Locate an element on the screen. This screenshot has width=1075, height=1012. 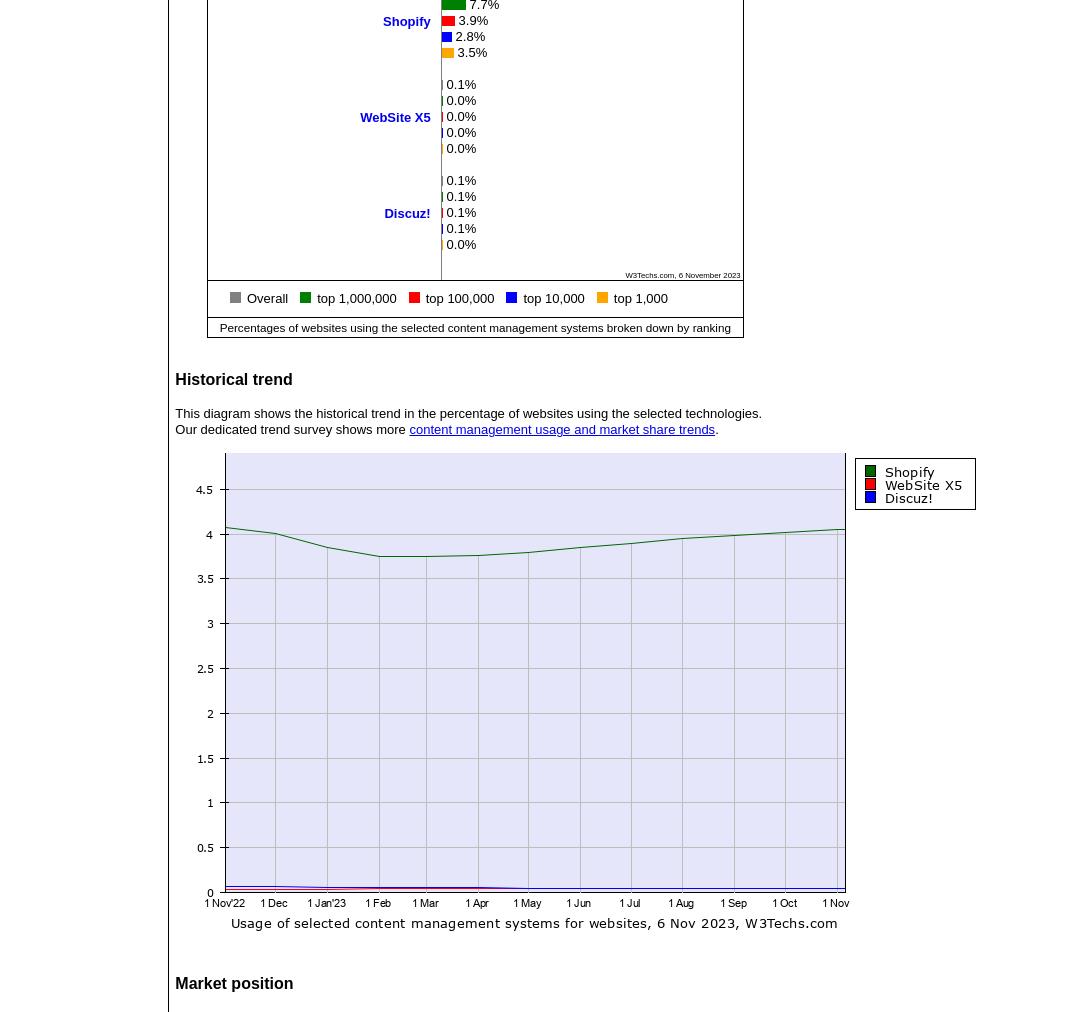
'2.8%' is located at coordinates (469, 34).